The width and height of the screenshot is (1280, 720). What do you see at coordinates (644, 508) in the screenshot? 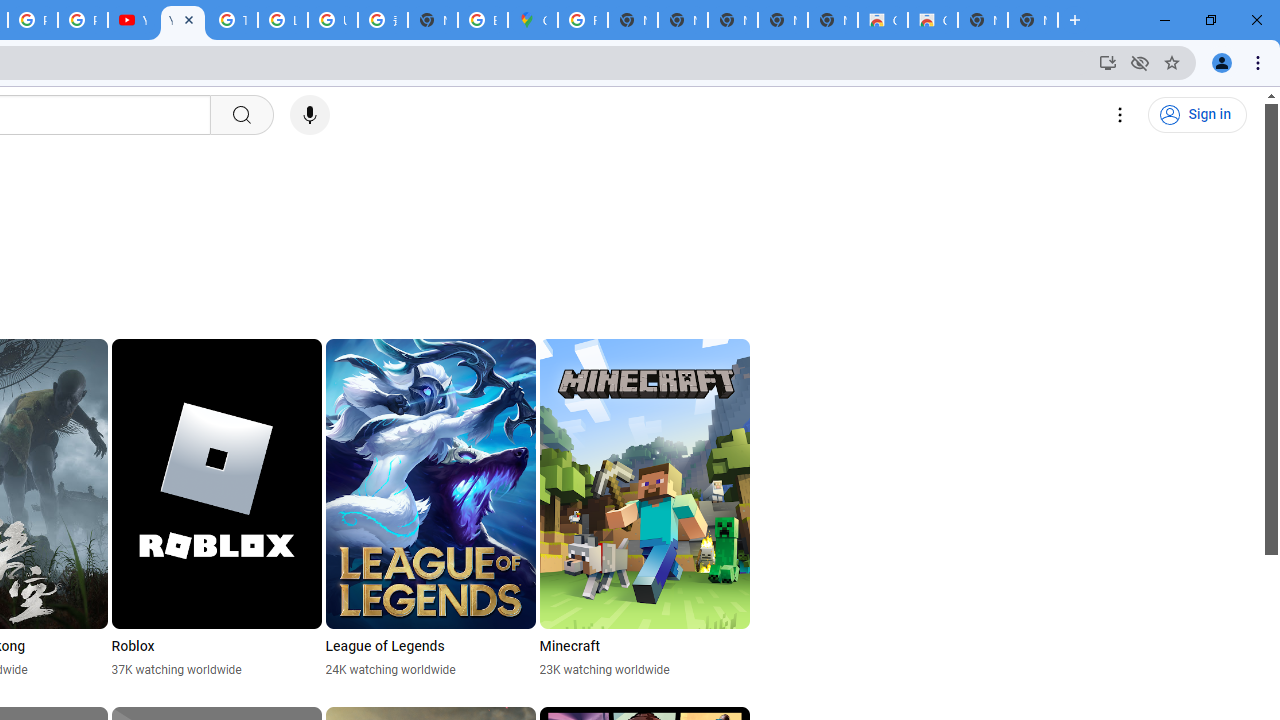
I see `'Minecraft 23K watching worldwide'` at bounding box center [644, 508].